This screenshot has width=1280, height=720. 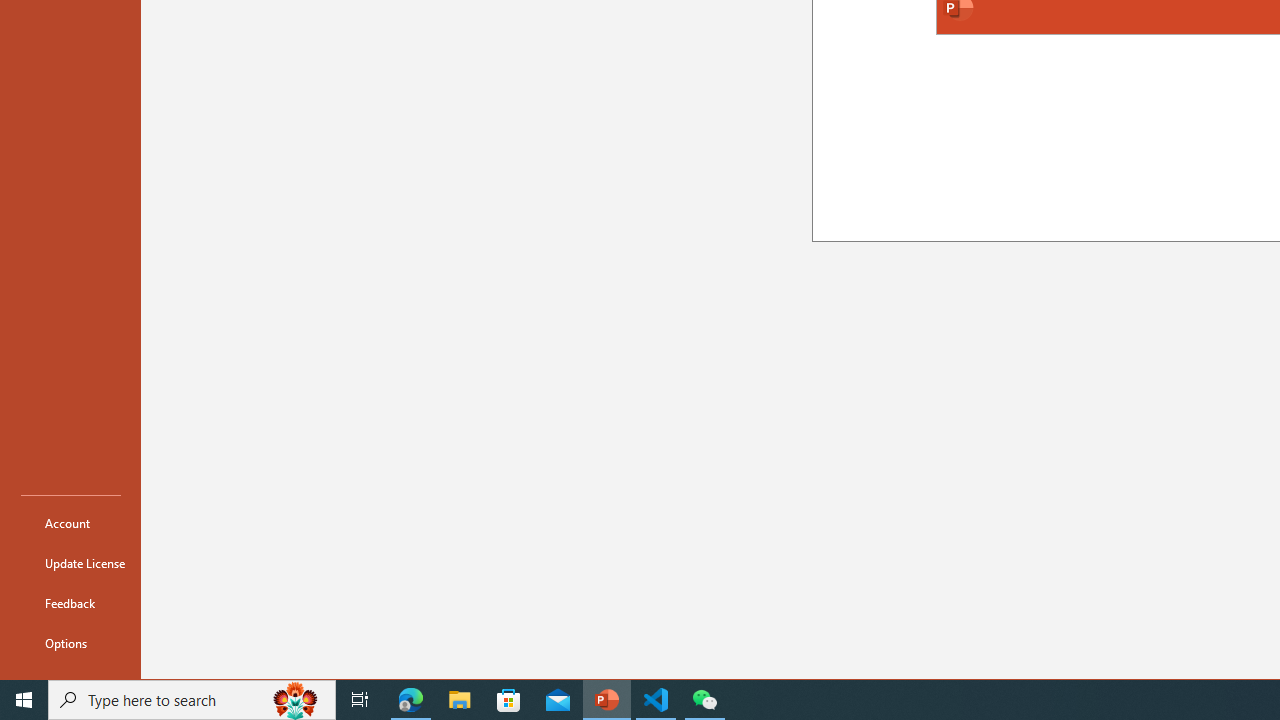 What do you see at coordinates (71, 602) in the screenshot?
I see `'Feedback'` at bounding box center [71, 602].